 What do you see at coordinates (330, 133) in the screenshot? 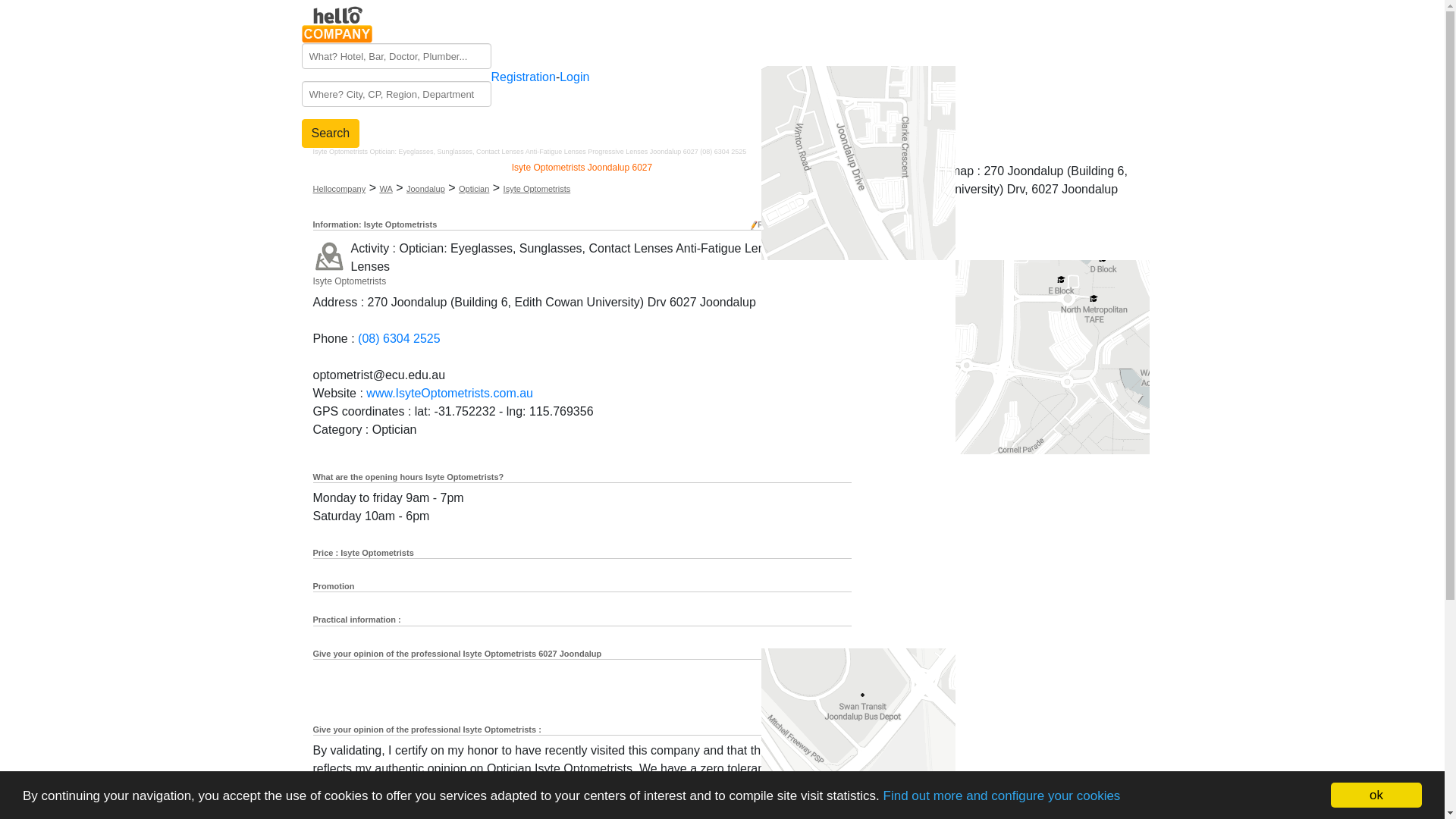
I see `'Search'` at bounding box center [330, 133].